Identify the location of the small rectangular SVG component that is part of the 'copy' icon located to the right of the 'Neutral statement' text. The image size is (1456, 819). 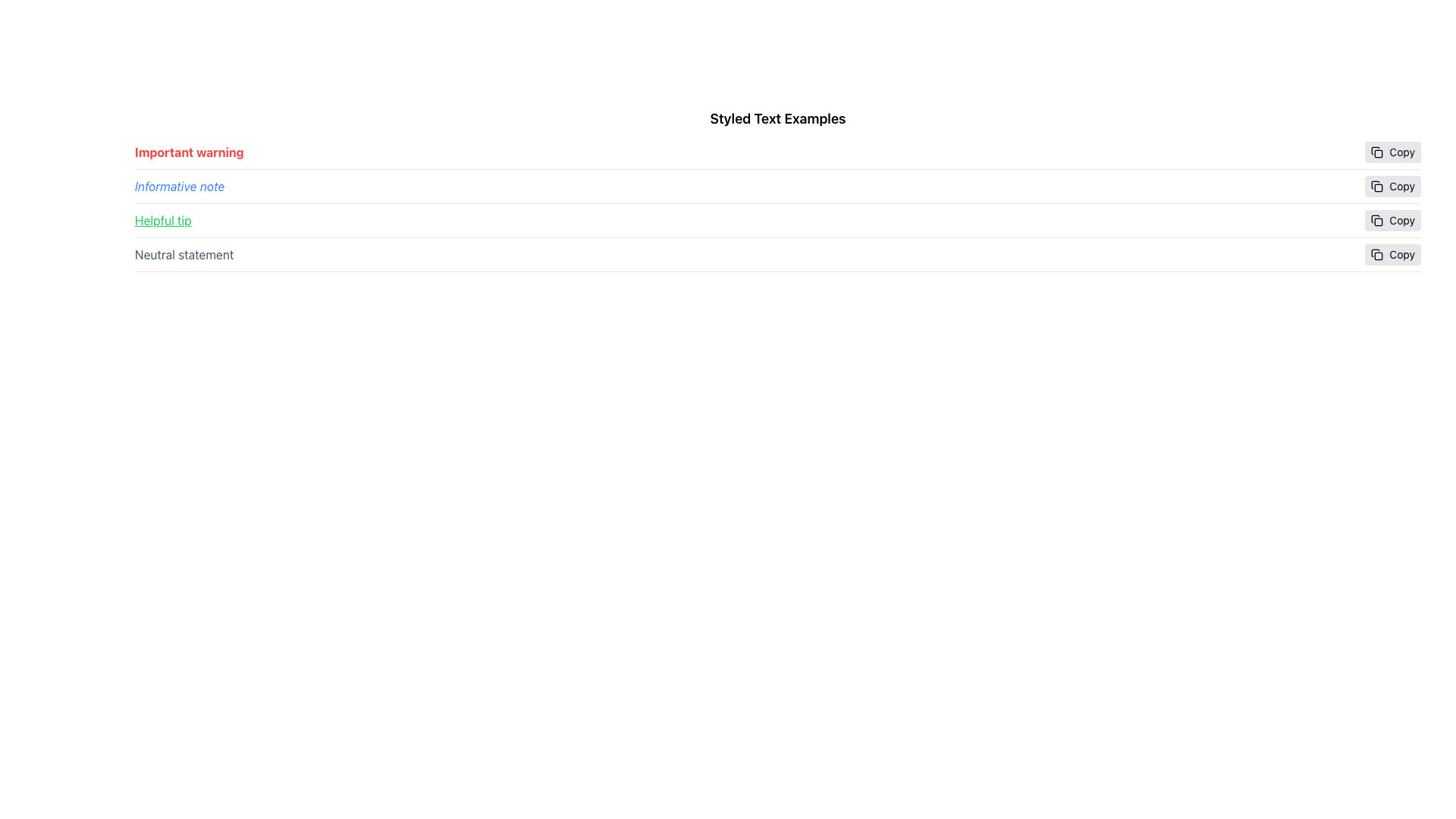
(1379, 256).